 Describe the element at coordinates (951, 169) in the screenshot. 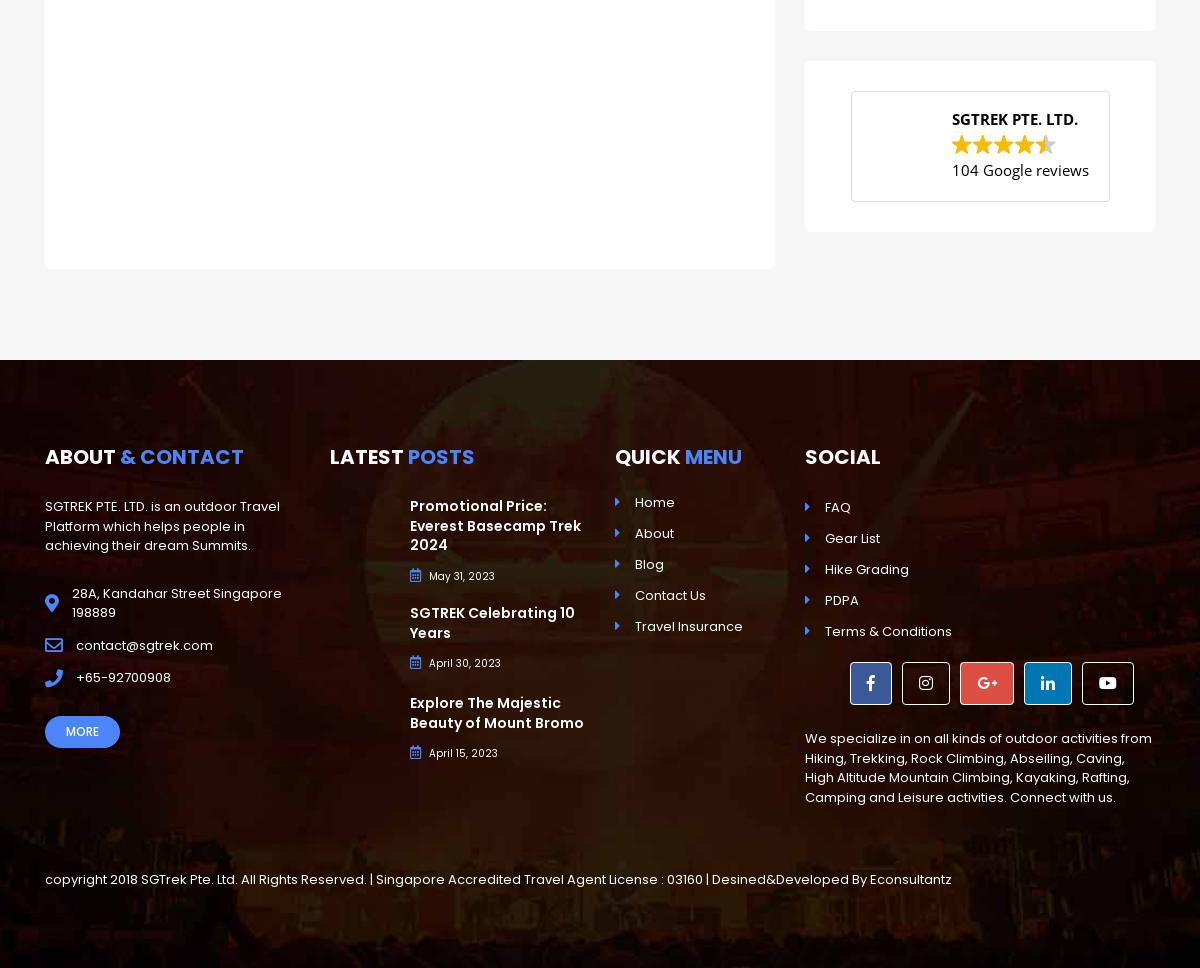

I see `'104 Google reviews'` at that location.